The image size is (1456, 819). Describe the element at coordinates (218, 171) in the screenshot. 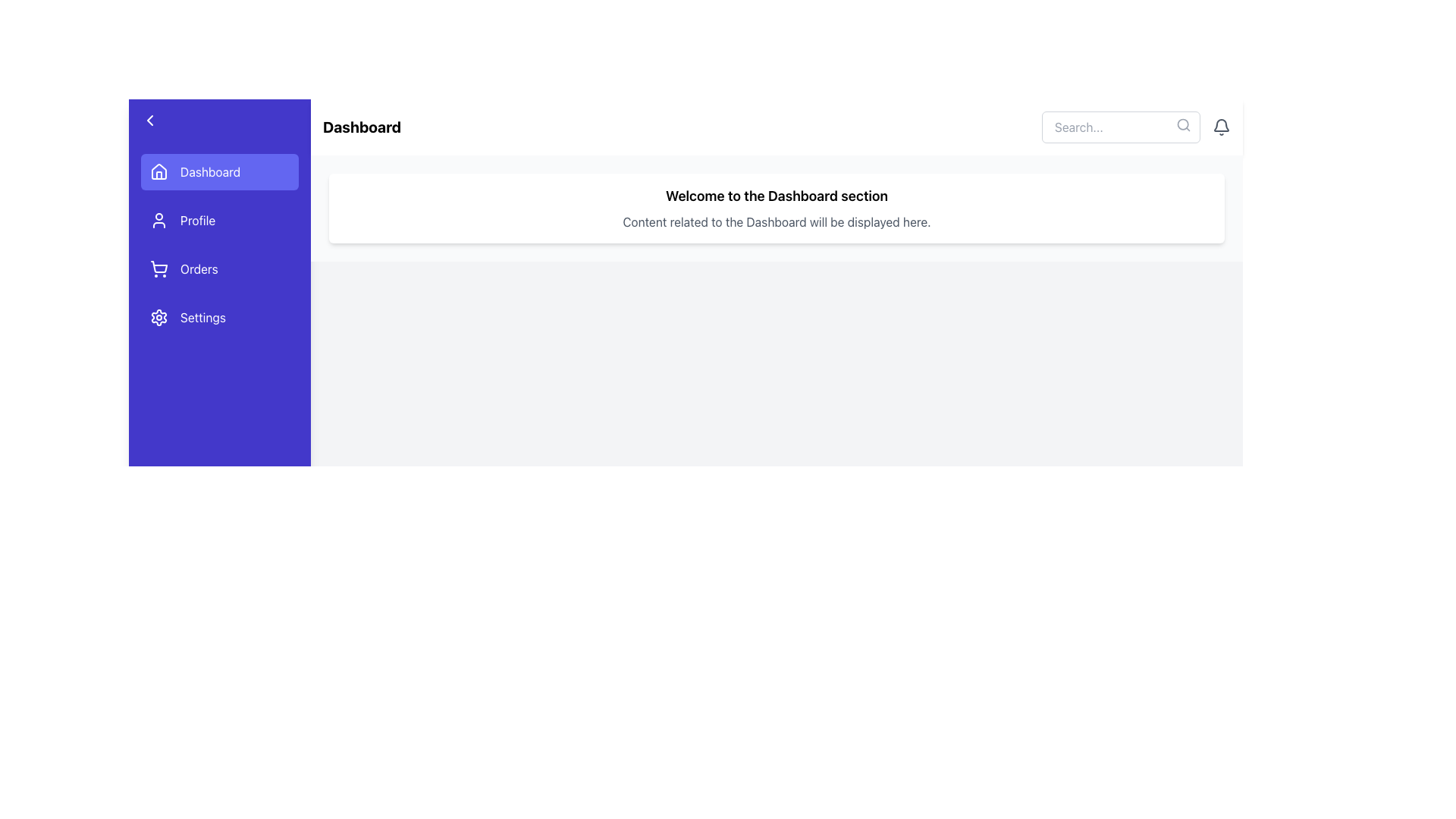

I see `the 'Dashboard' navigation button, which is the first item in the vertical sidebar menu with a purple background and white text` at that location.